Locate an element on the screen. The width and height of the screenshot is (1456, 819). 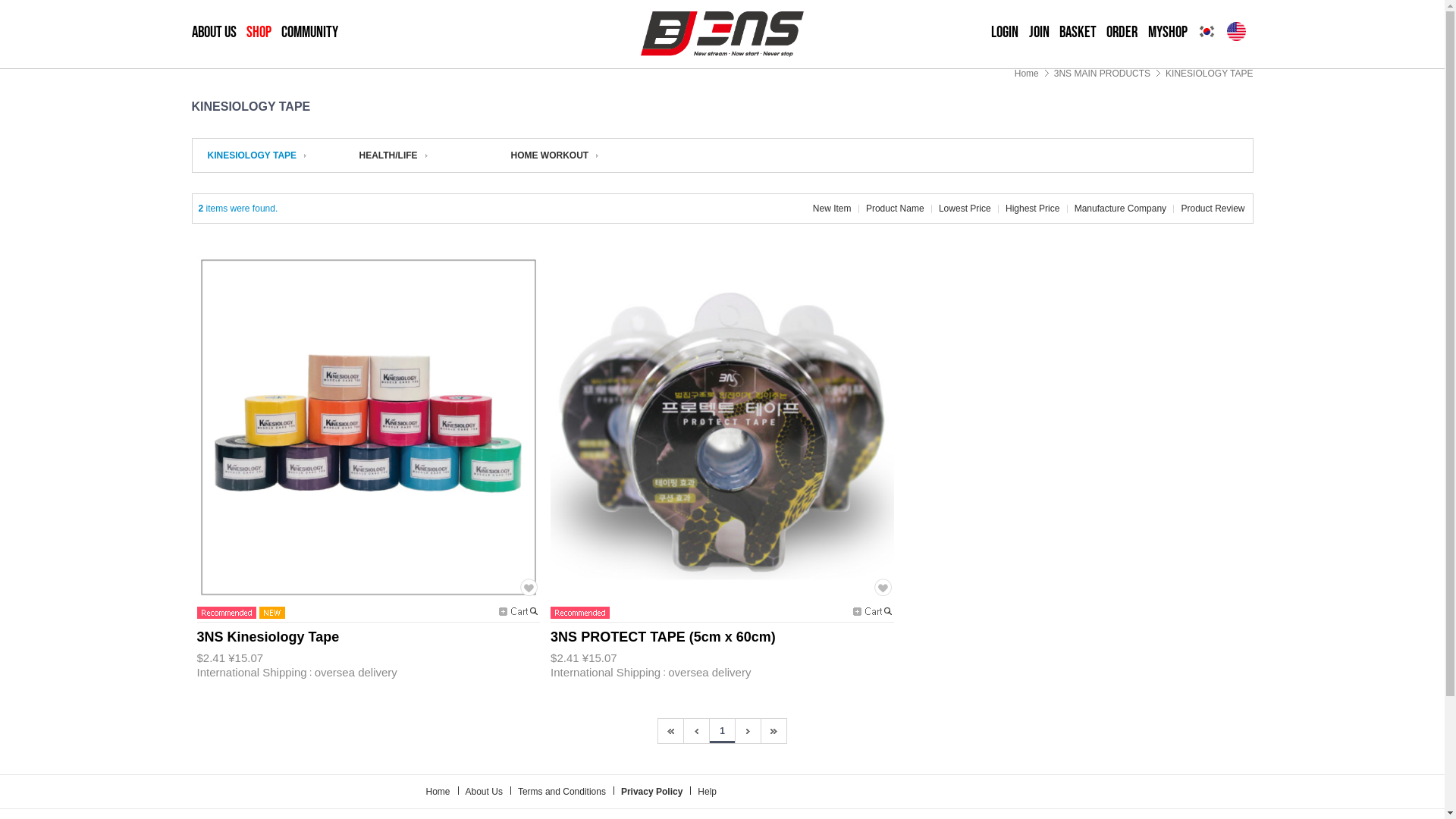
'COMMUNITY' is located at coordinates (309, 32).